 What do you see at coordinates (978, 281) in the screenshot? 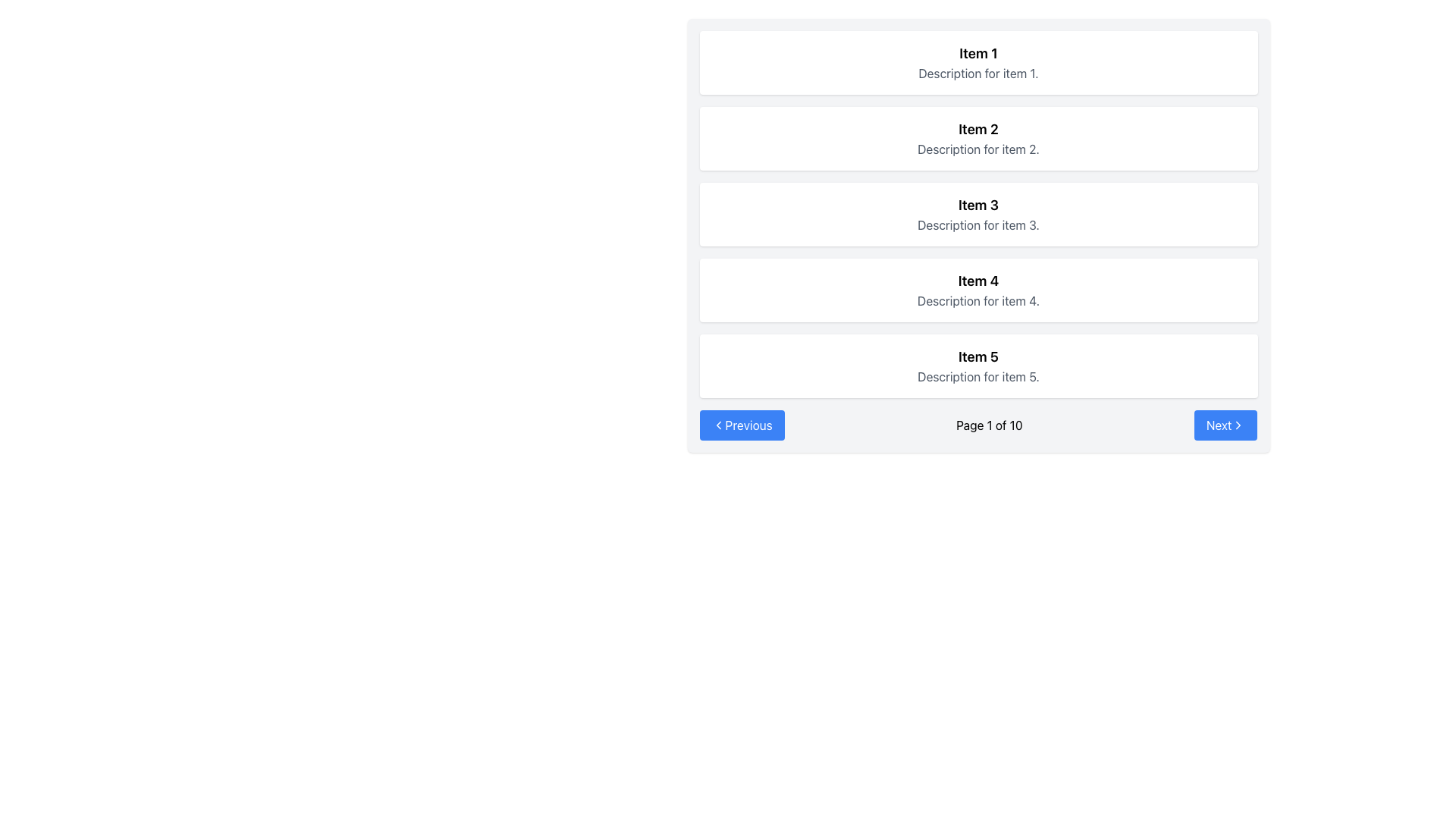
I see `text content of the title for the fourth item in the vertically stacked list, which is centered at the top of the card for 'Item 4'` at bounding box center [978, 281].